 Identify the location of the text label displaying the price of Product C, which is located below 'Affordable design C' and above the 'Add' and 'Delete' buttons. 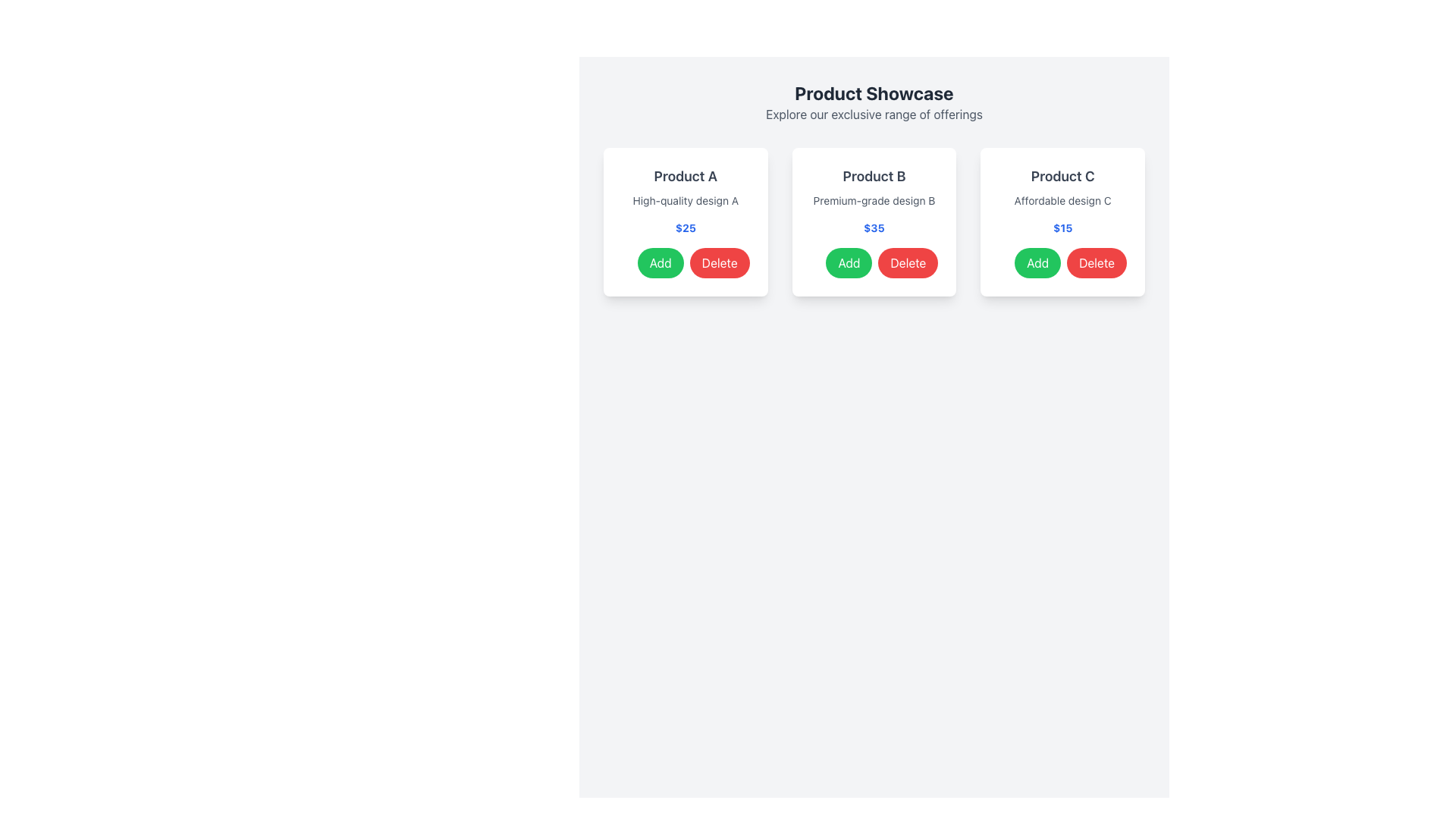
(1062, 227).